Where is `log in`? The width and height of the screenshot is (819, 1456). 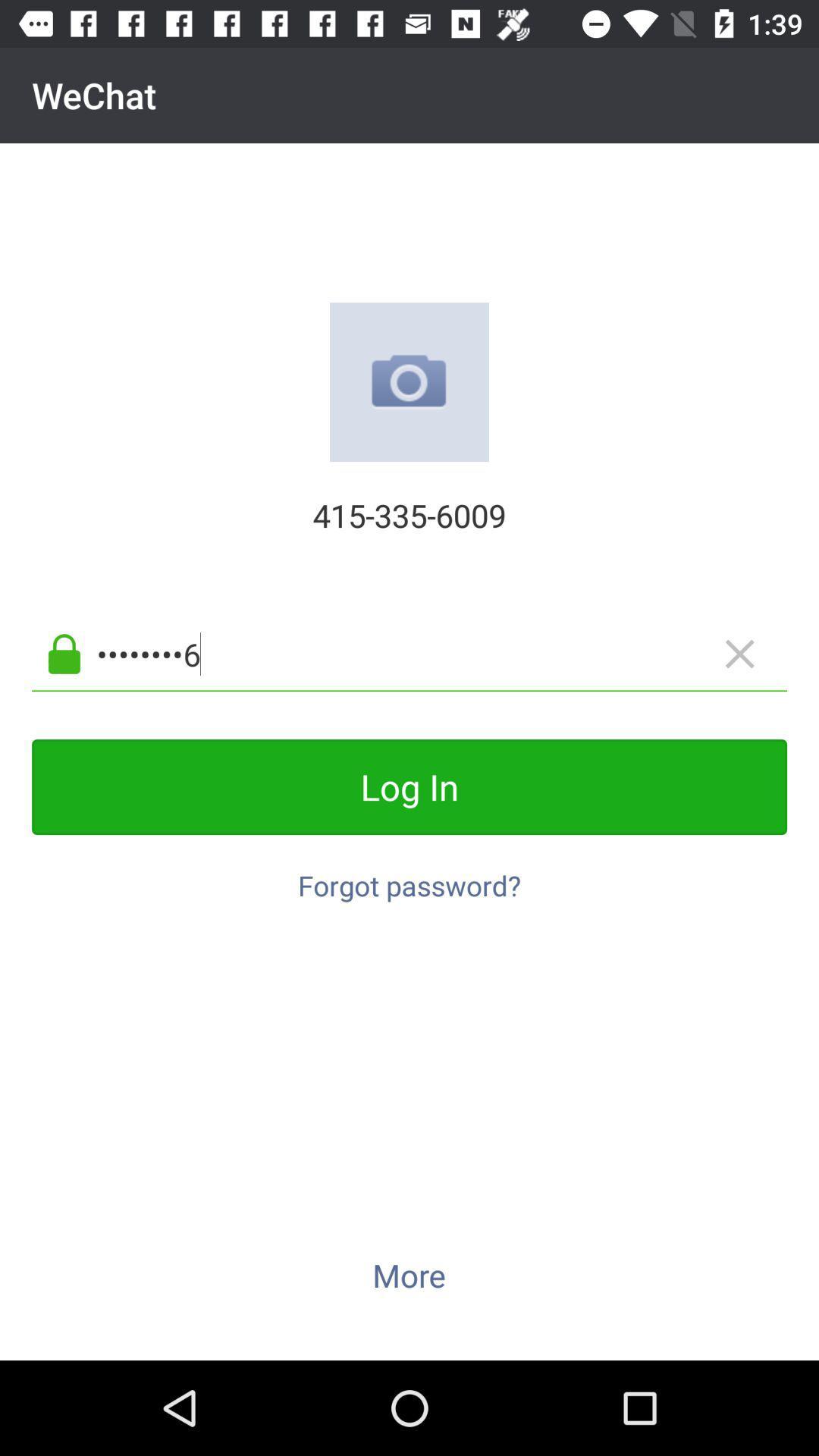
log in is located at coordinates (409, 786).